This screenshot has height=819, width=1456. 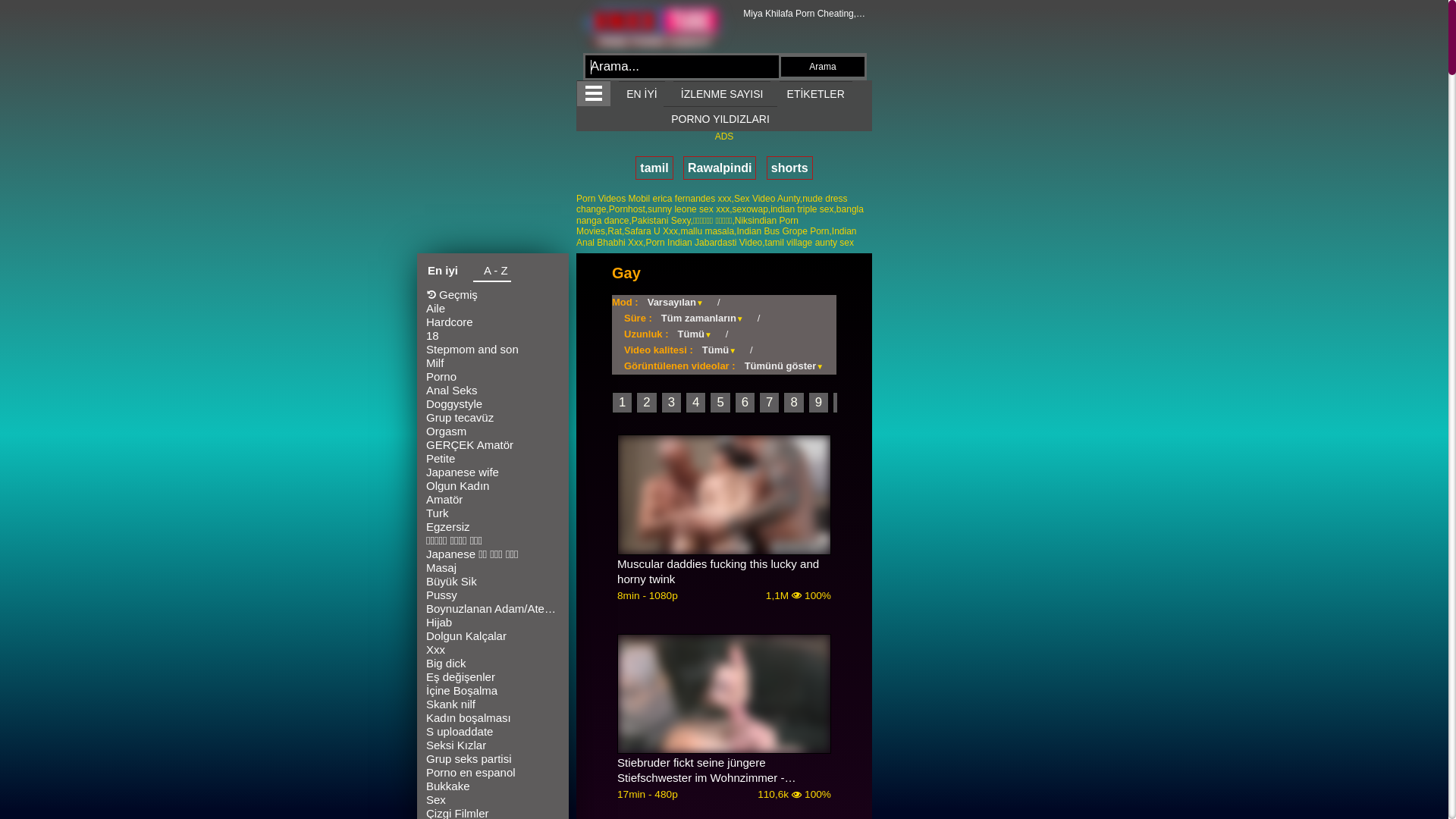 What do you see at coordinates (492, 663) in the screenshot?
I see `'Big dick'` at bounding box center [492, 663].